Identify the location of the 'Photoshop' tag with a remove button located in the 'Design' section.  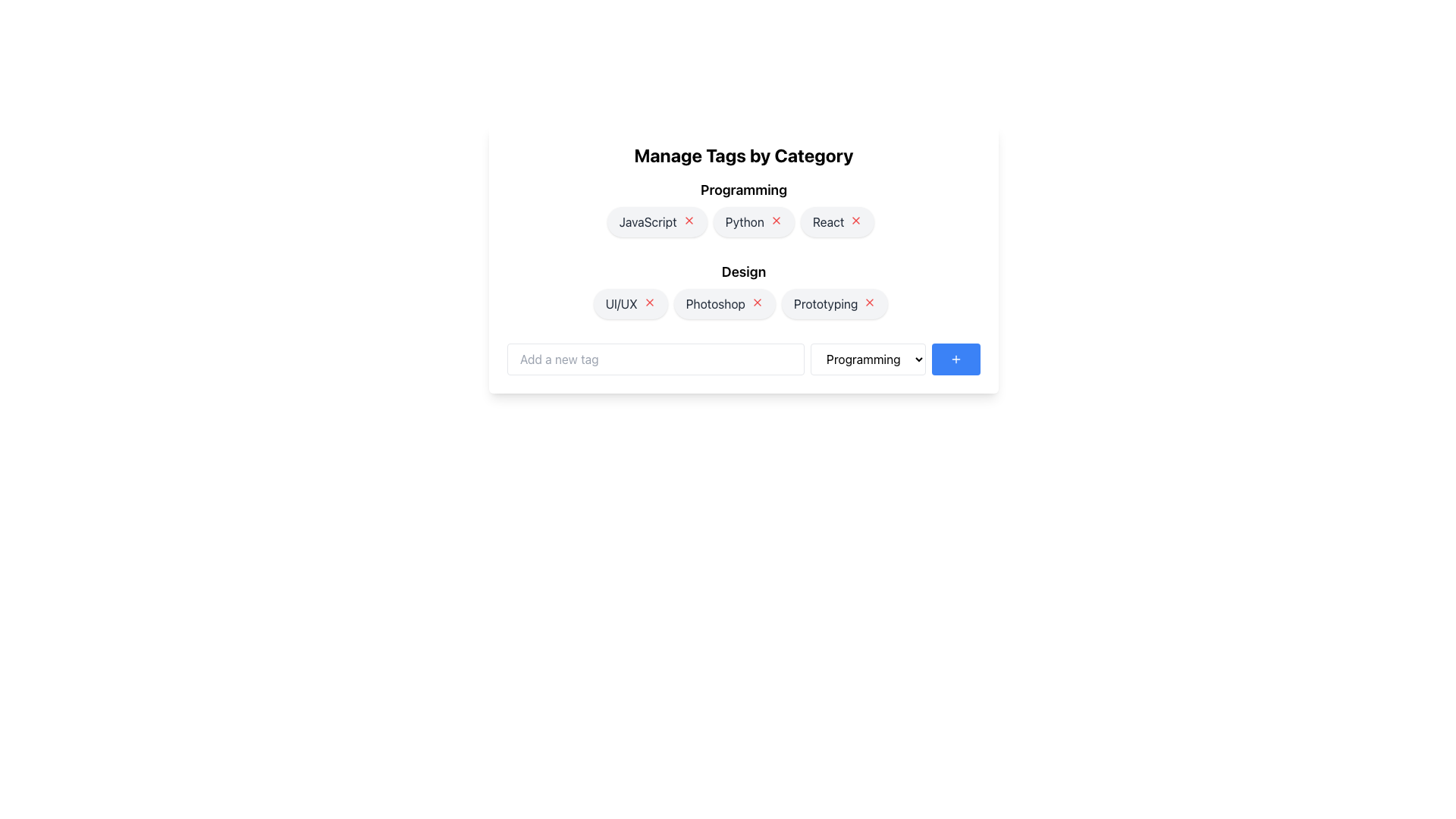
(723, 304).